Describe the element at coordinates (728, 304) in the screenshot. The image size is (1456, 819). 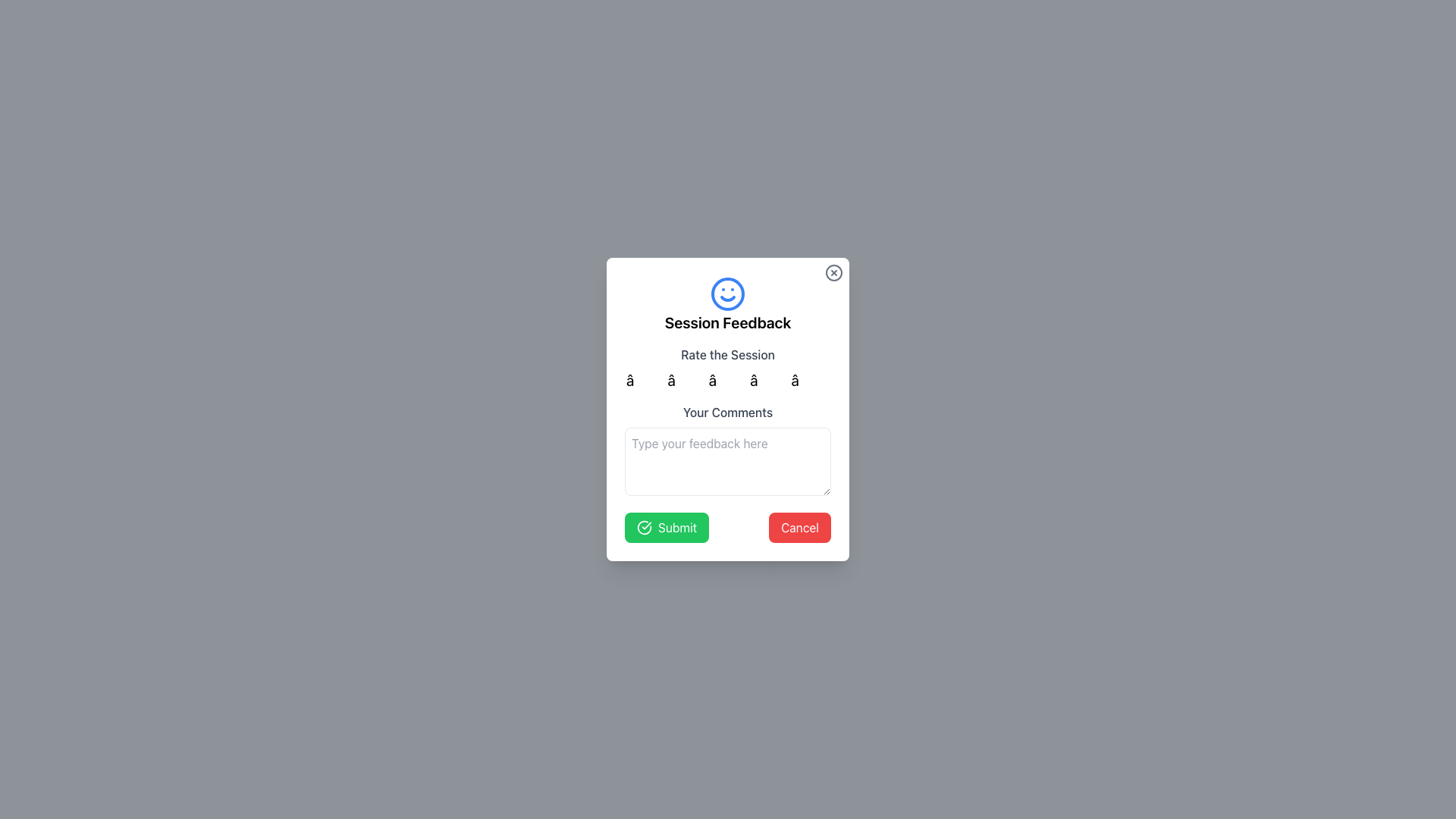
I see `the title text label of the feedback dialog box, which is positioned near the top center, directly beneath a smiley icon and above the 'Rate the Session' section` at that location.